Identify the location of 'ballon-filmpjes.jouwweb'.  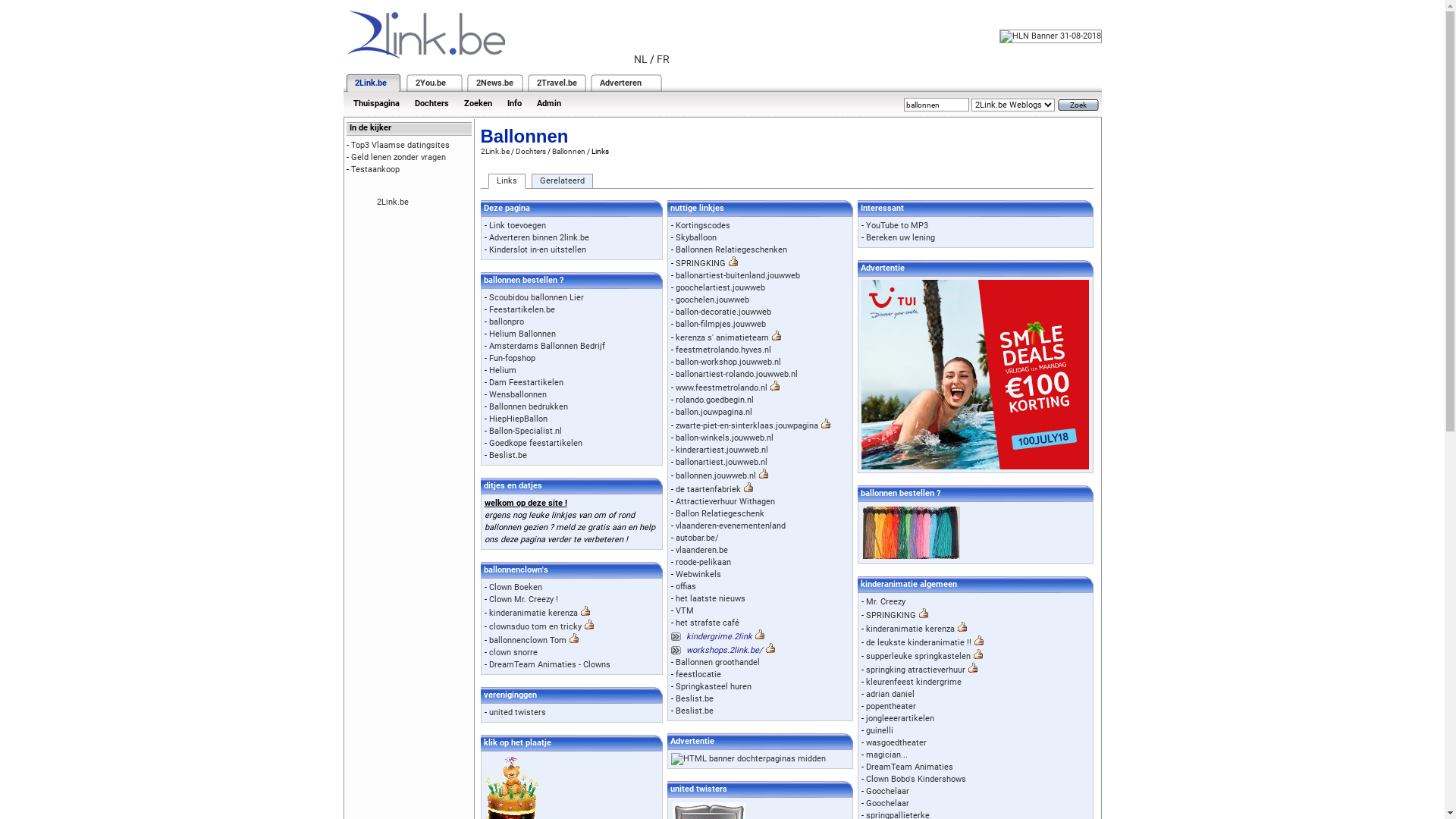
(720, 323).